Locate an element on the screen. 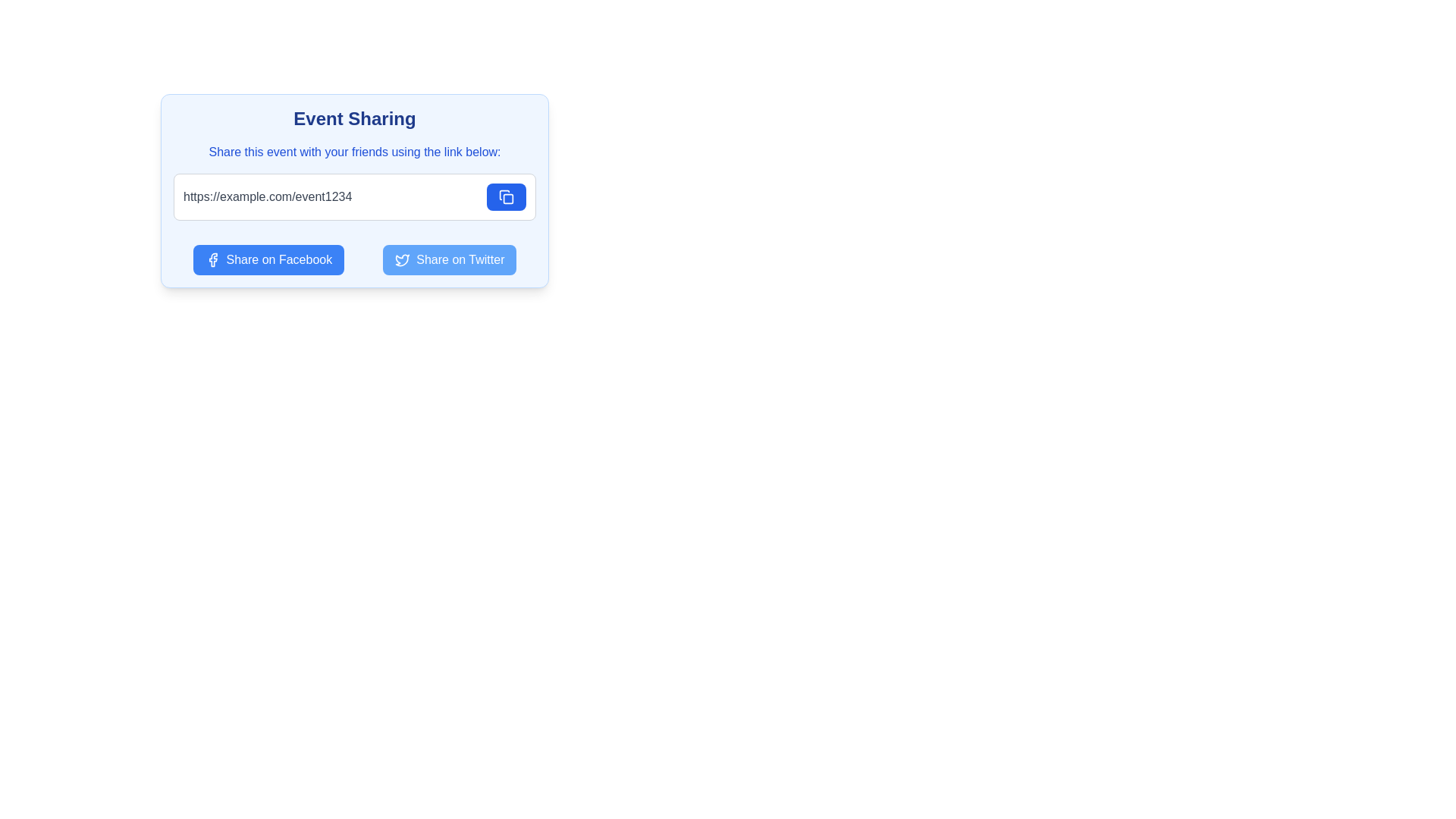 The height and width of the screenshot is (819, 1456). the Decorative component (SVG rectangle) with rounded corners, located in the upper left corner of the SVG icon next to the URL text input box is located at coordinates (508, 198).